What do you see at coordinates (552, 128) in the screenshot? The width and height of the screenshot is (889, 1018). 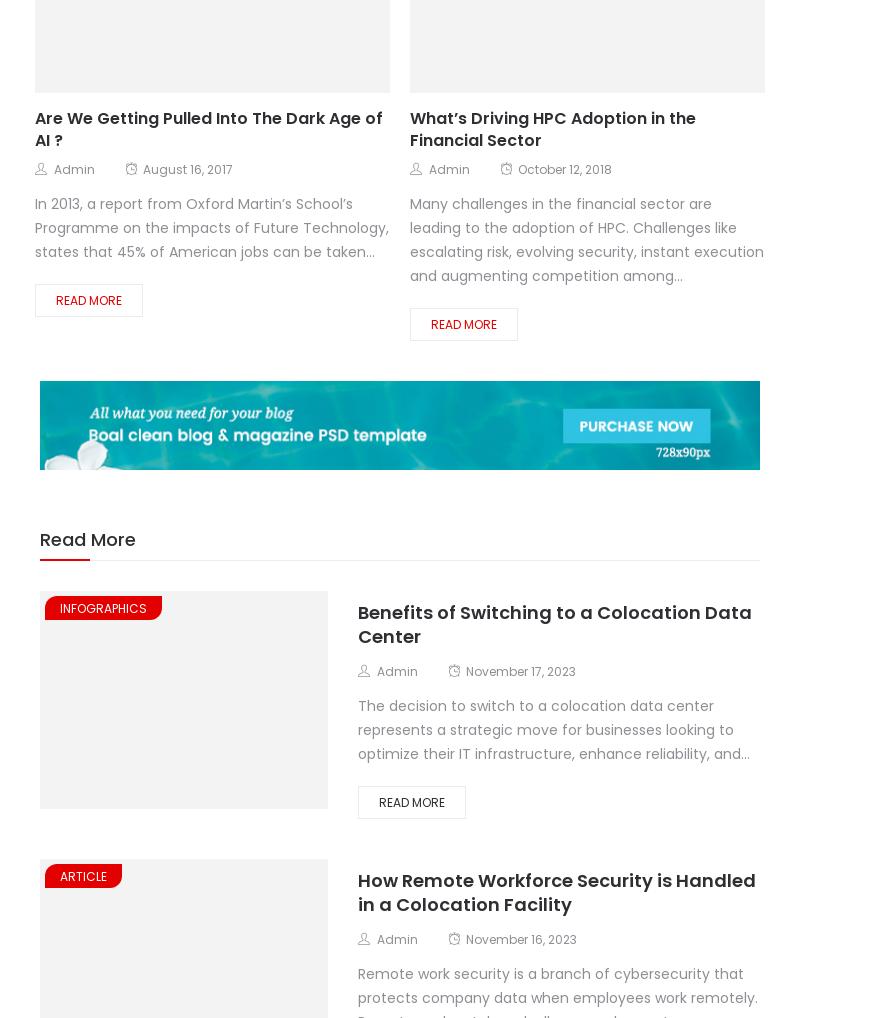 I see `'What’s Driving HPC Adoption in the Financial Sector'` at bounding box center [552, 128].